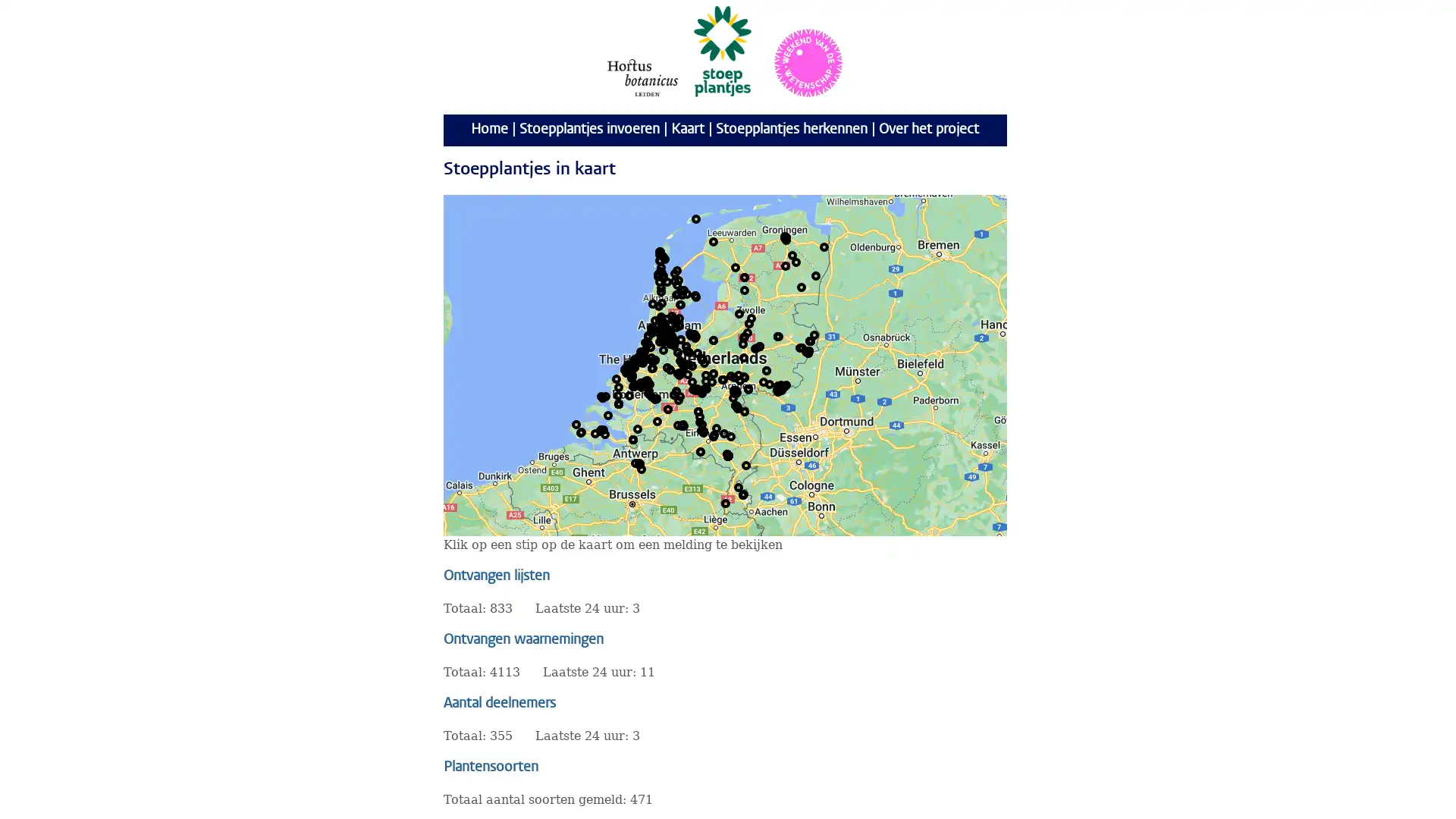  What do you see at coordinates (799, 347) in the screenshot?
I see `Telling van Jose op 13 oktober 2021` at bounding box center [799, 347].